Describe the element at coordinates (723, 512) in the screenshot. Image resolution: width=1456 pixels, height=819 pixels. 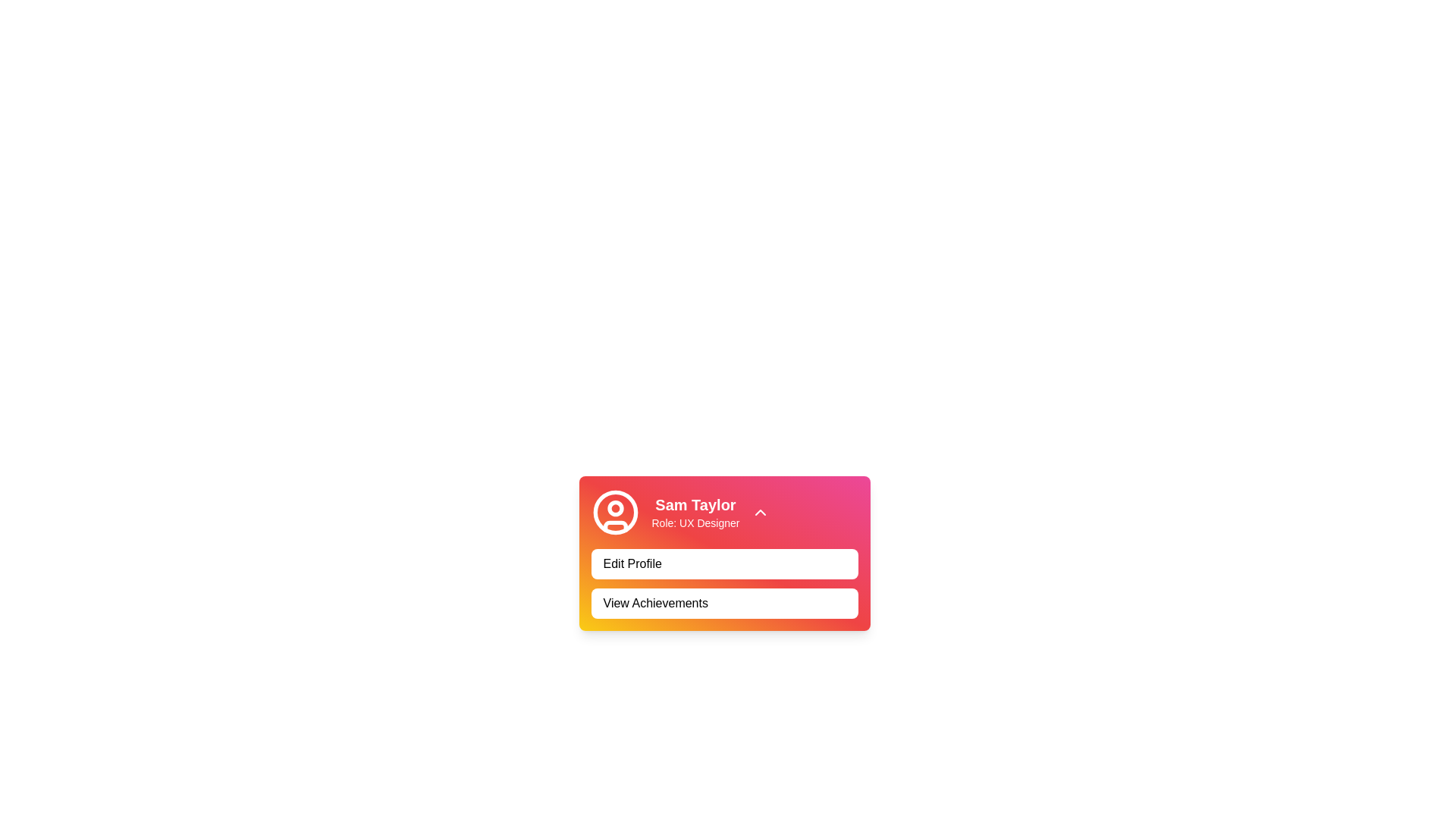
I see `the Profile Overview Section element, which includes a user profile icon on the left, the name 'Sam Taylor' in bold, and an upward arrow icon on the right` at that location.